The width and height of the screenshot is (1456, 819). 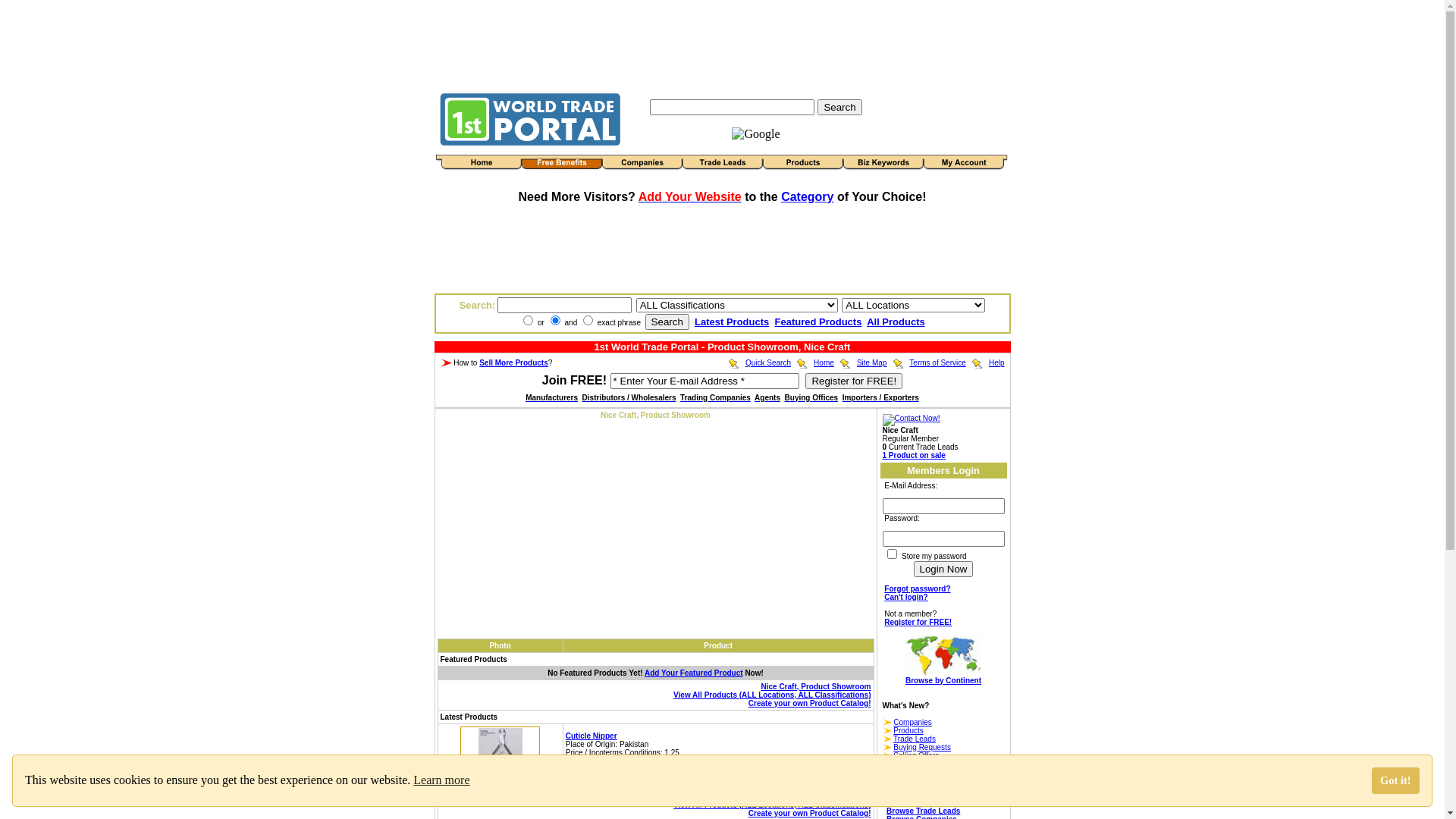 I want to click on 'Search', so click(x=839, y=105).